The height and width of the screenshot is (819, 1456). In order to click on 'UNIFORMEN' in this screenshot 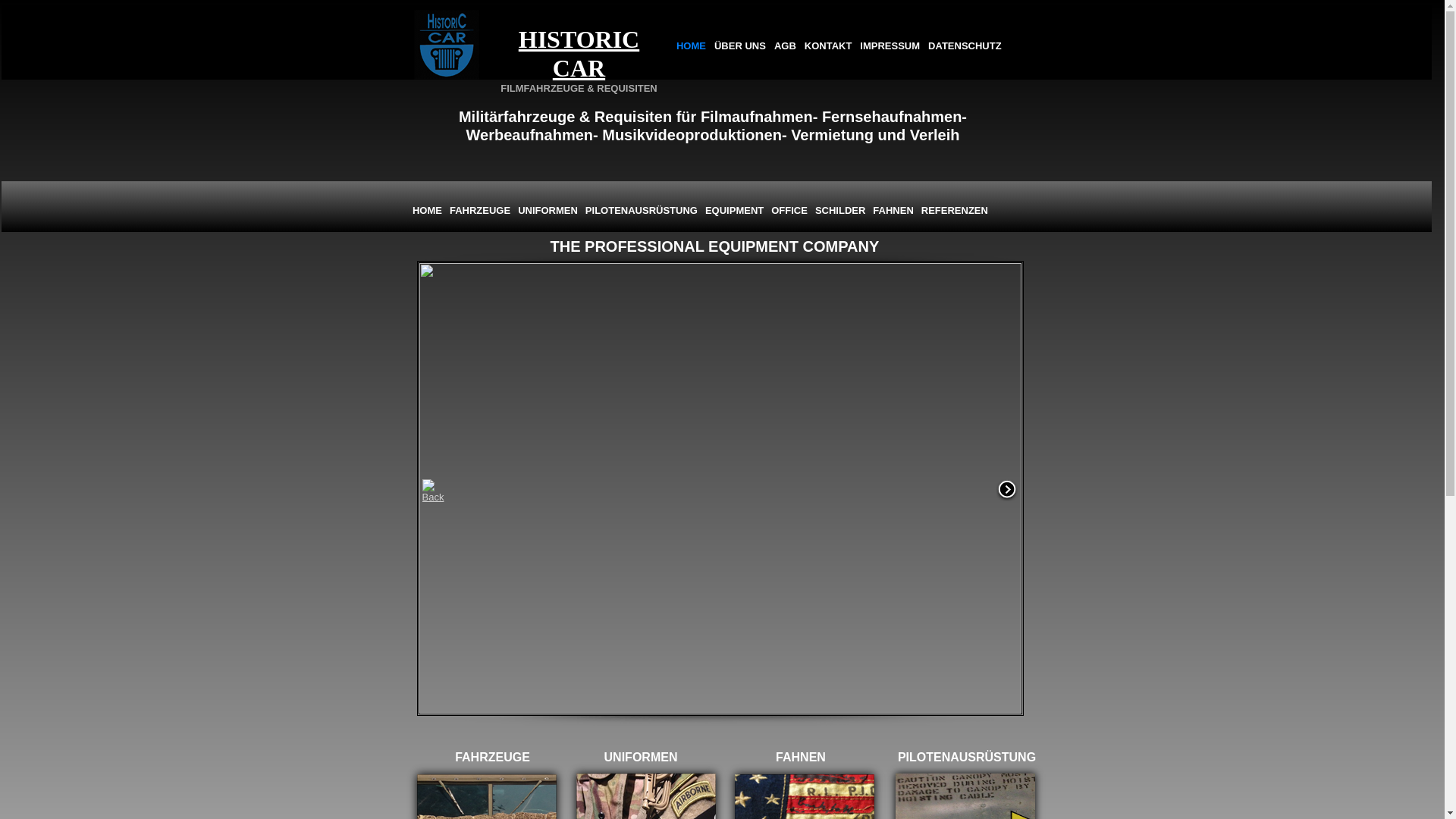, I will do `click(547, 210)`.